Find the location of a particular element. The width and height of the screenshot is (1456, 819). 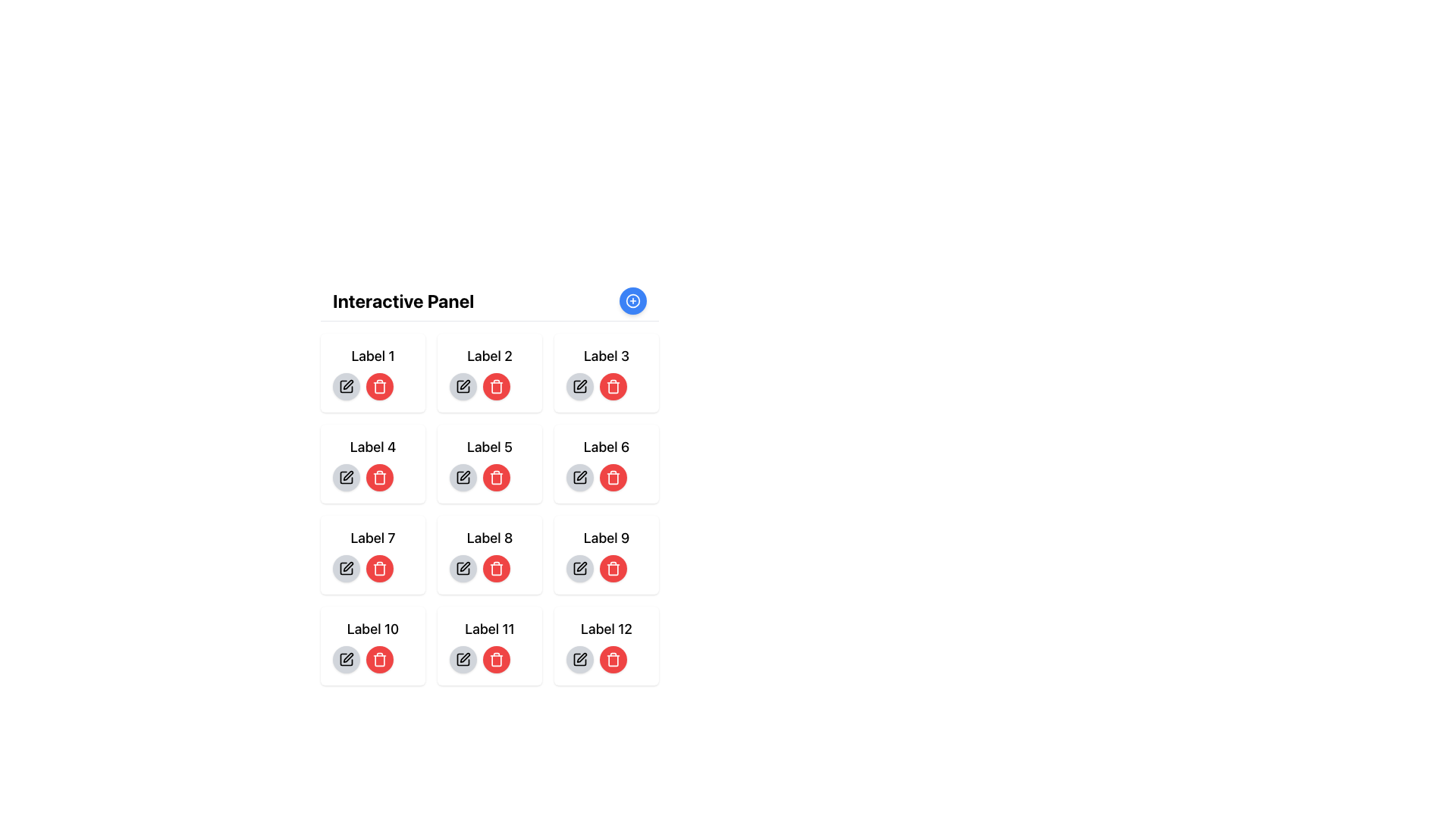

the red delete button with a trash can icon located in the horizontal control group below the text 'Label 1' is located at coordinates (372, 385).